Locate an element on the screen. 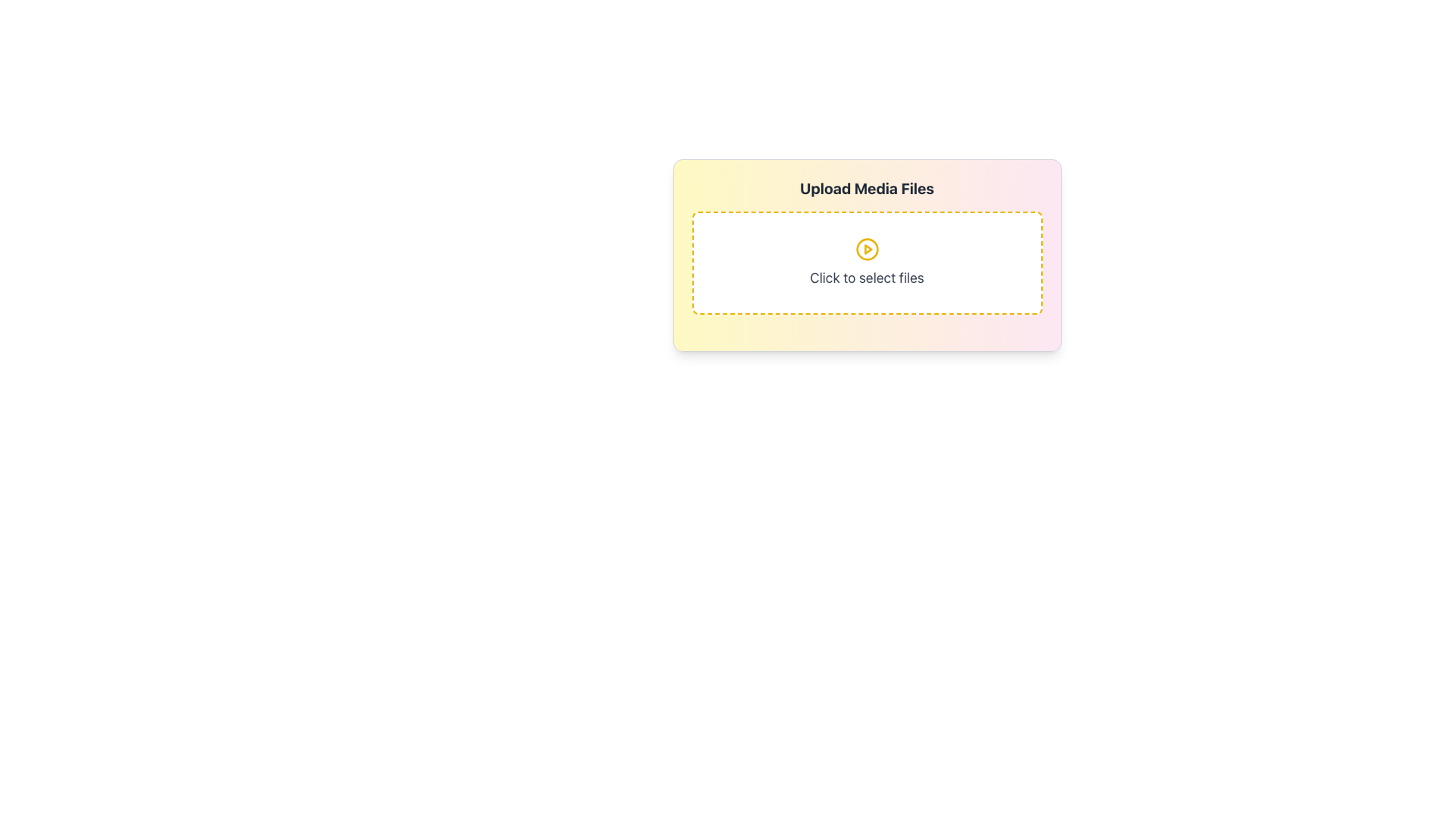 This screenshot has width=1456, height=819. the yellow circular play button icon with a triangular play symbol, located above the 'Click is located at coordinates (867, 248).